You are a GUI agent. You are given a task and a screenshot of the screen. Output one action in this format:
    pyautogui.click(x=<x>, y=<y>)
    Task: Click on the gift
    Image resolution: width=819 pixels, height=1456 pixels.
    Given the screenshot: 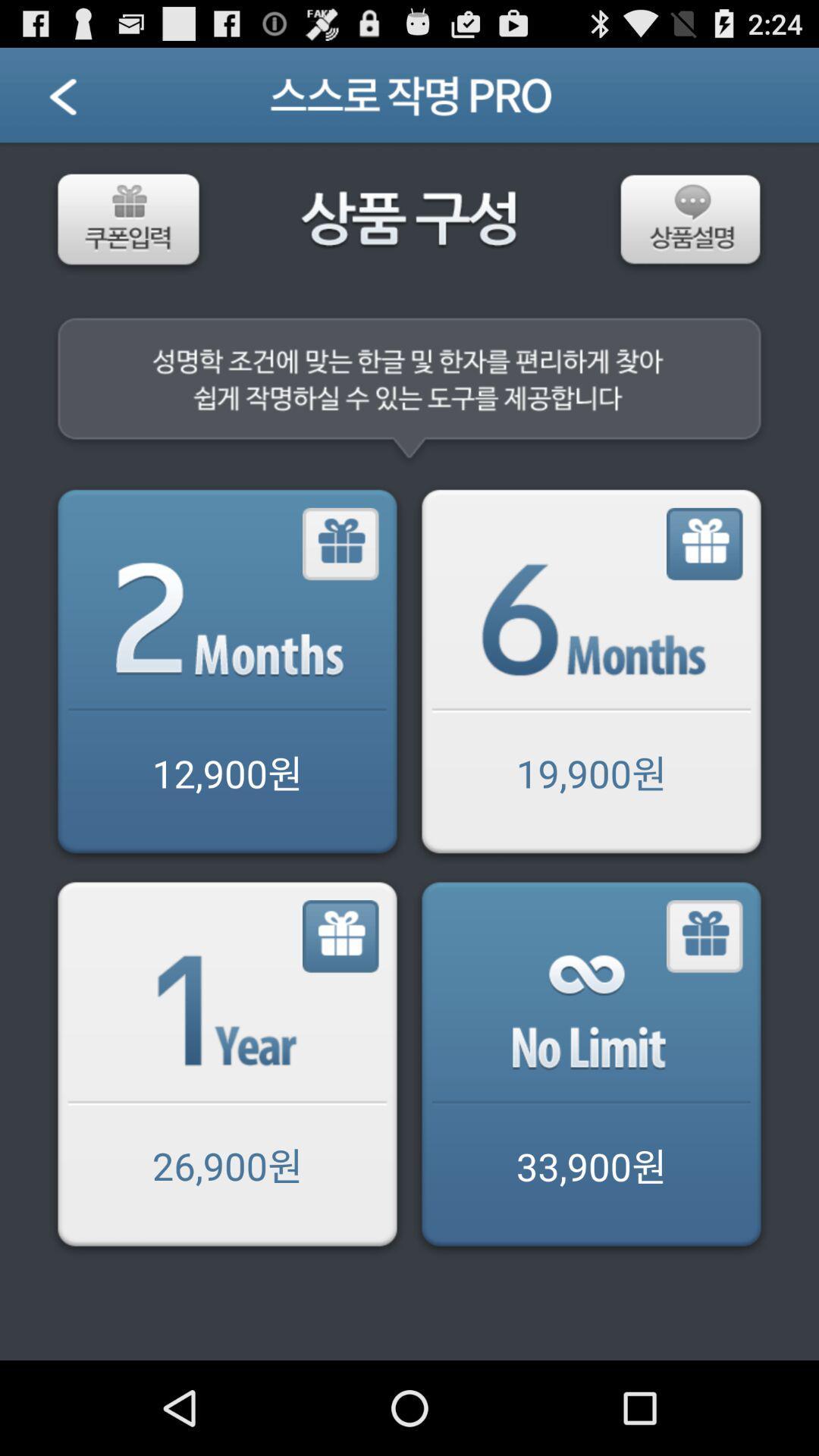 What is the action you would take?
    pyautogui.click(x=704, y=936)
    